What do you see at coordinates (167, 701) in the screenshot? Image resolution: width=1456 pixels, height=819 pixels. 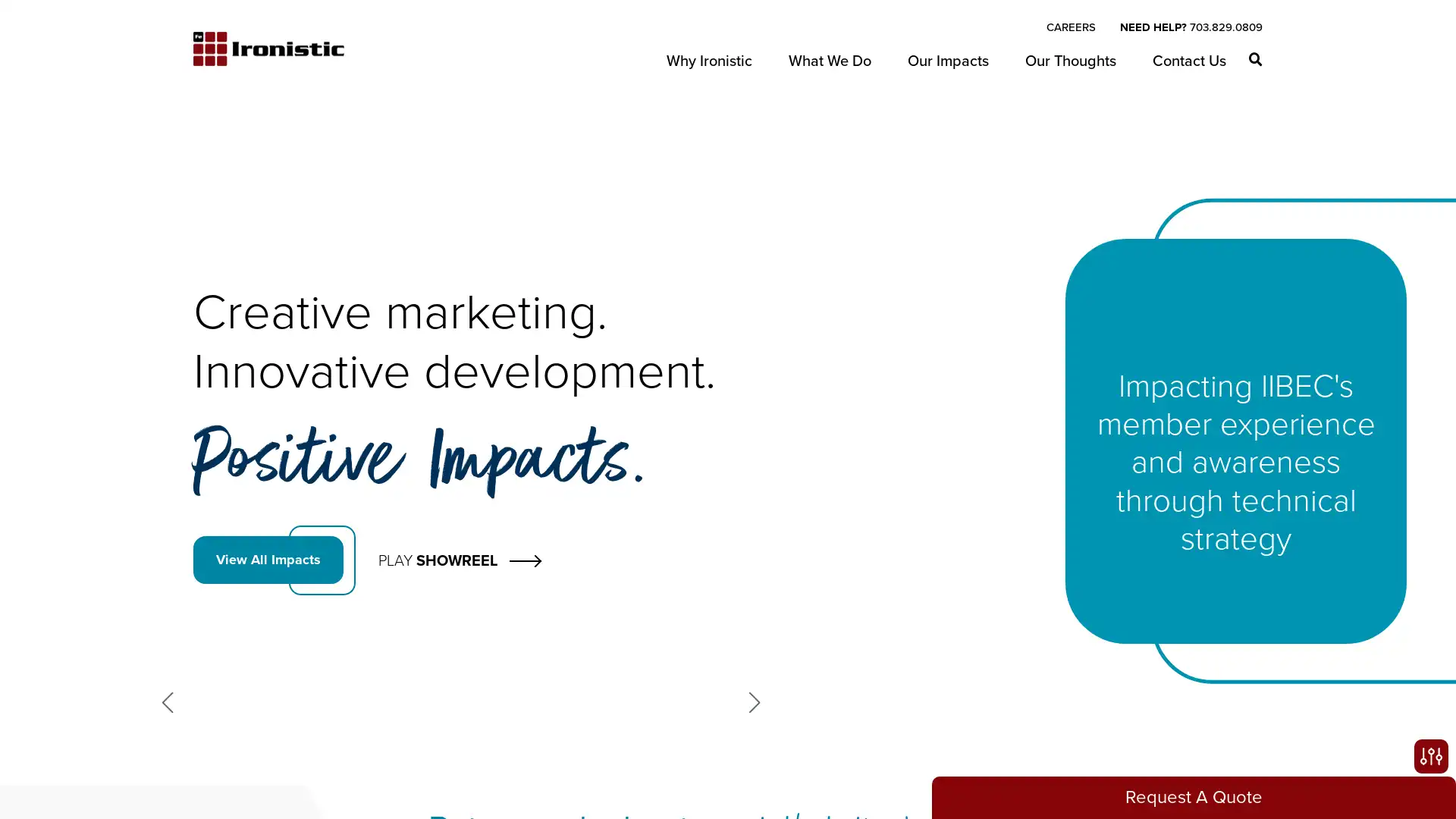 I see `Previous slide` at bounding box center [167, 701].